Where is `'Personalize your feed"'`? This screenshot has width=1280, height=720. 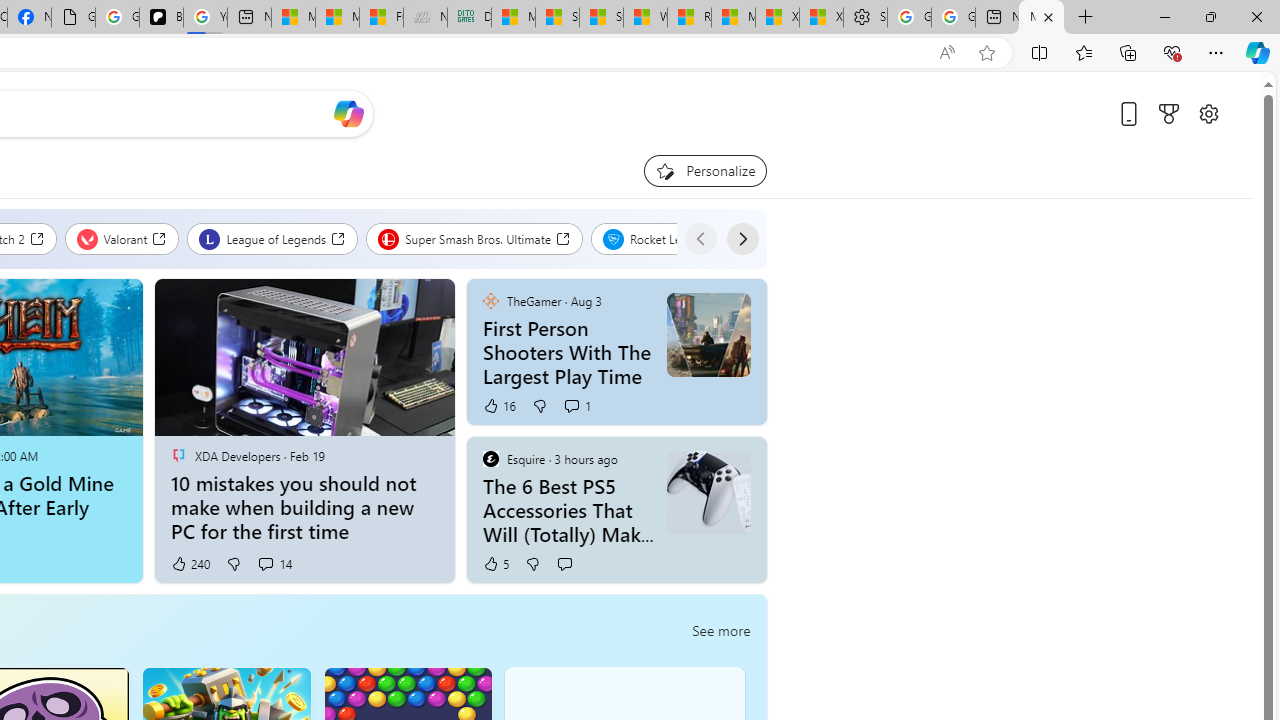 'Personalize your feed"' is located at coordinates (705, 170).